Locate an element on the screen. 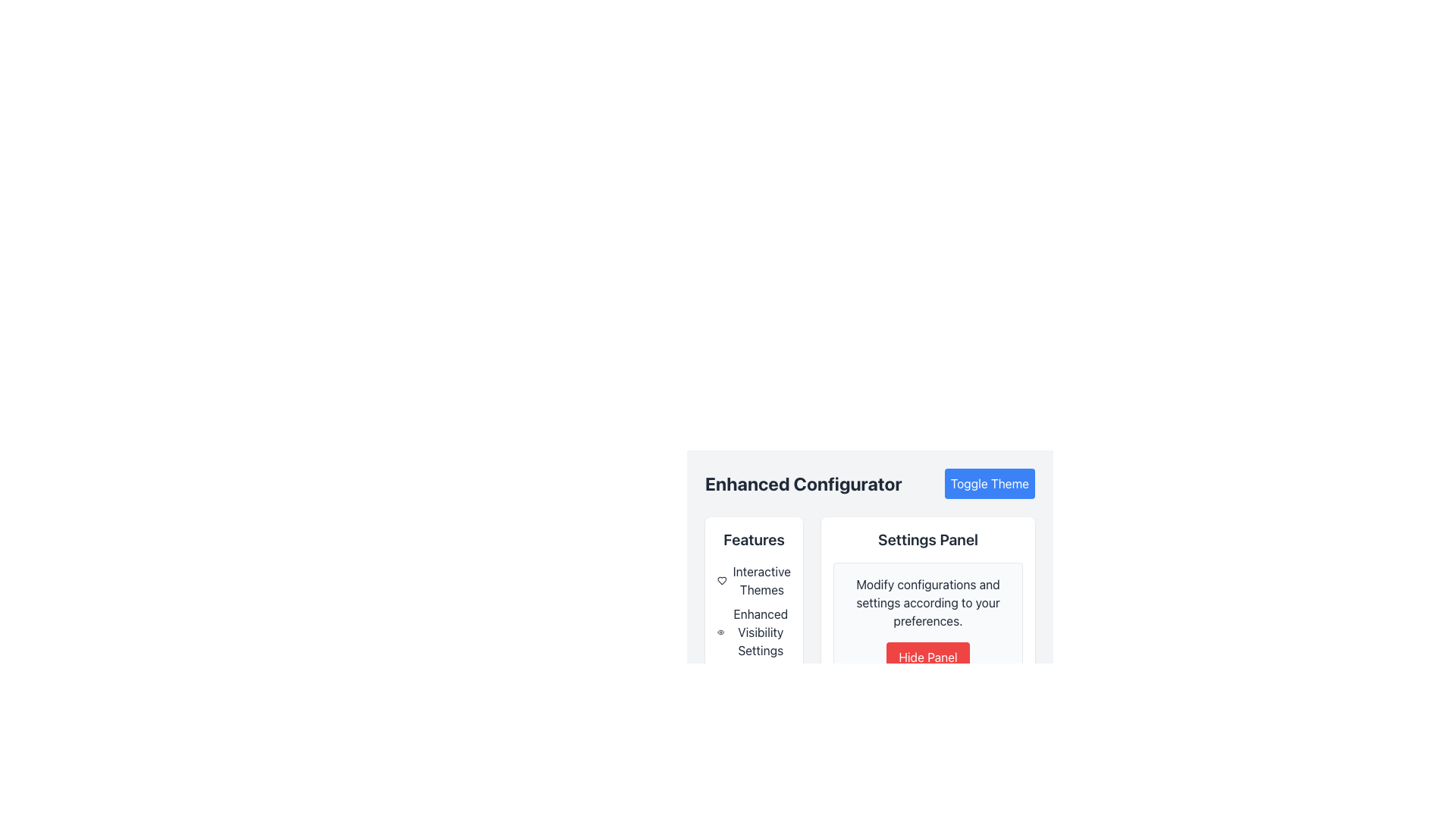  the label reading 'Enhanced Visibility Settings', which is the second item in the list under the 'Features' header is located at coordinates (754, 632).